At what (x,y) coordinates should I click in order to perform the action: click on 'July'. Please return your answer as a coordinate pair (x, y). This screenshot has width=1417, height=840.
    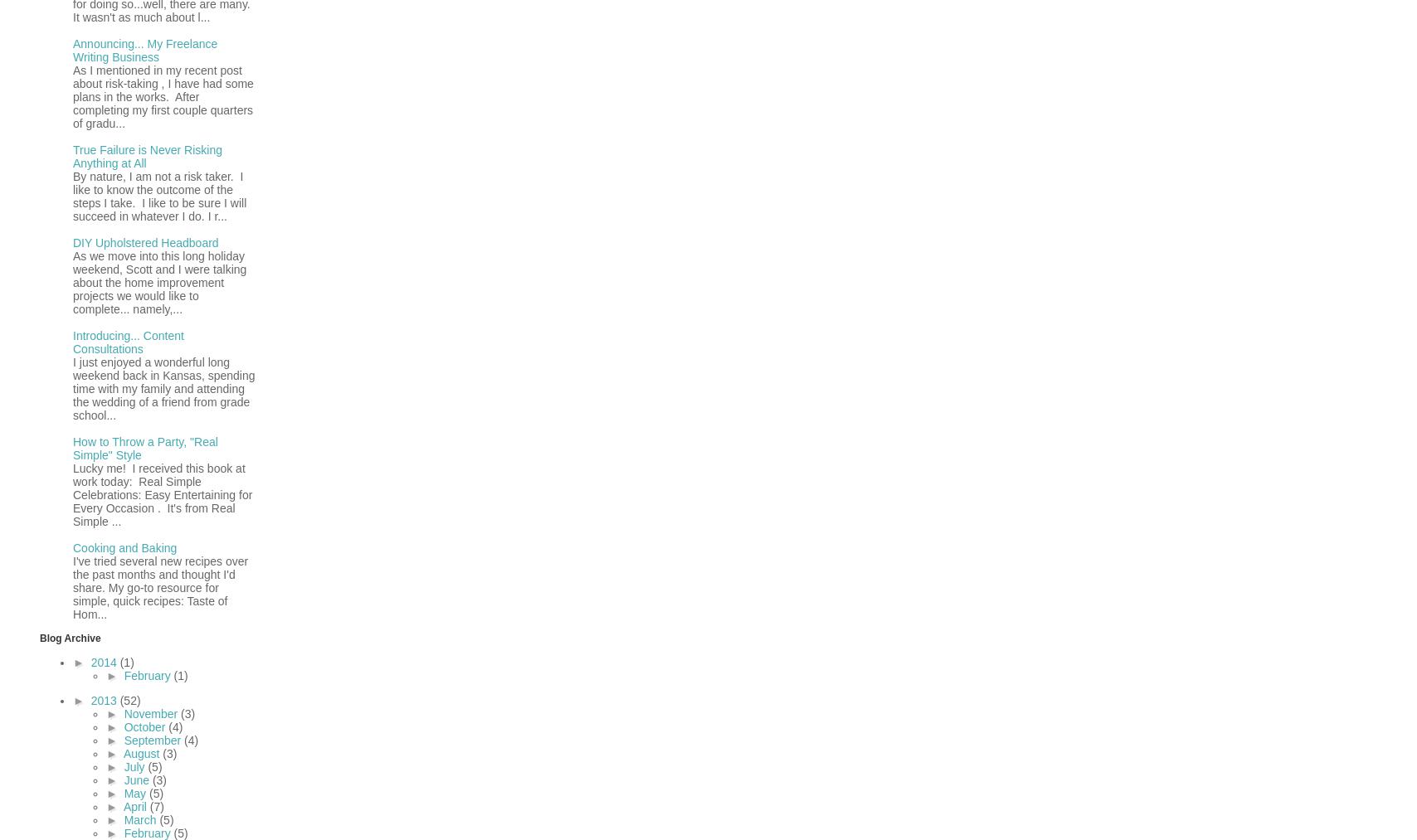
    Looking at the image, I should click on (135, 765).